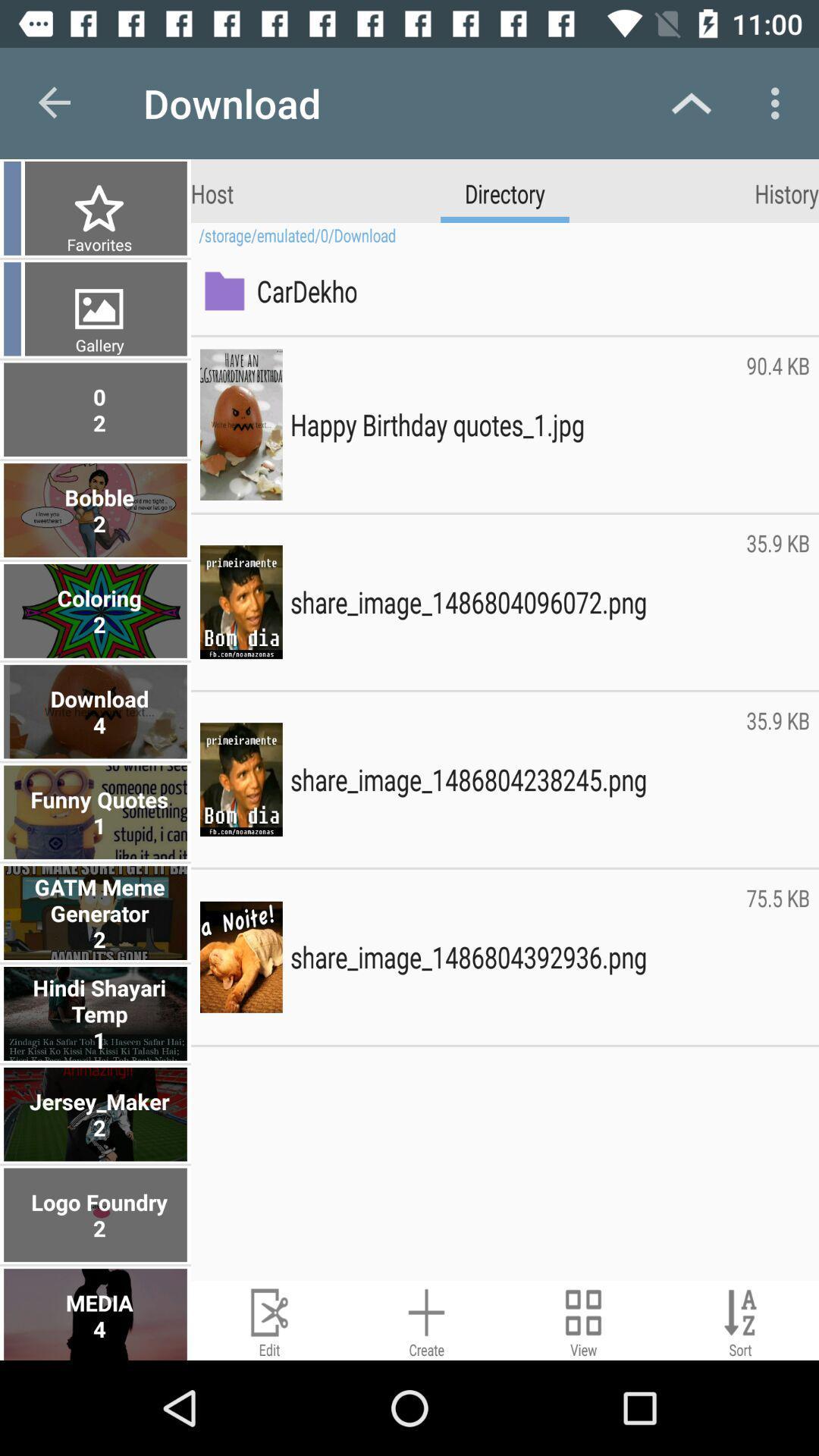  Describe the element at coordinates (268, 1319) in the screenshot. I see `edit image` at that location.